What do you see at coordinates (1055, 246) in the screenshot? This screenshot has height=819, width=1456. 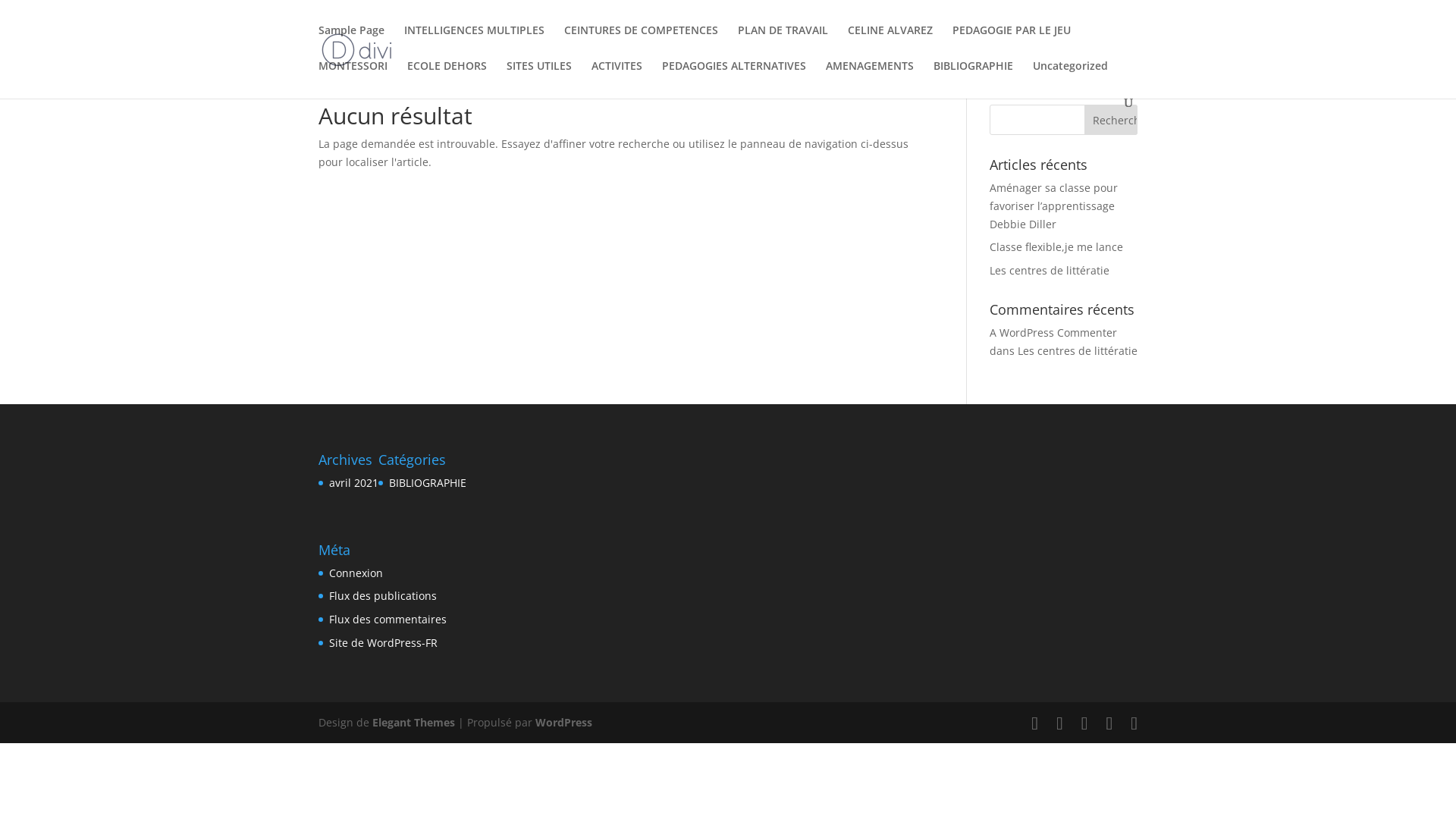 I see `'Classe flexible,je me lance'` at bounding box center [1055, 246].